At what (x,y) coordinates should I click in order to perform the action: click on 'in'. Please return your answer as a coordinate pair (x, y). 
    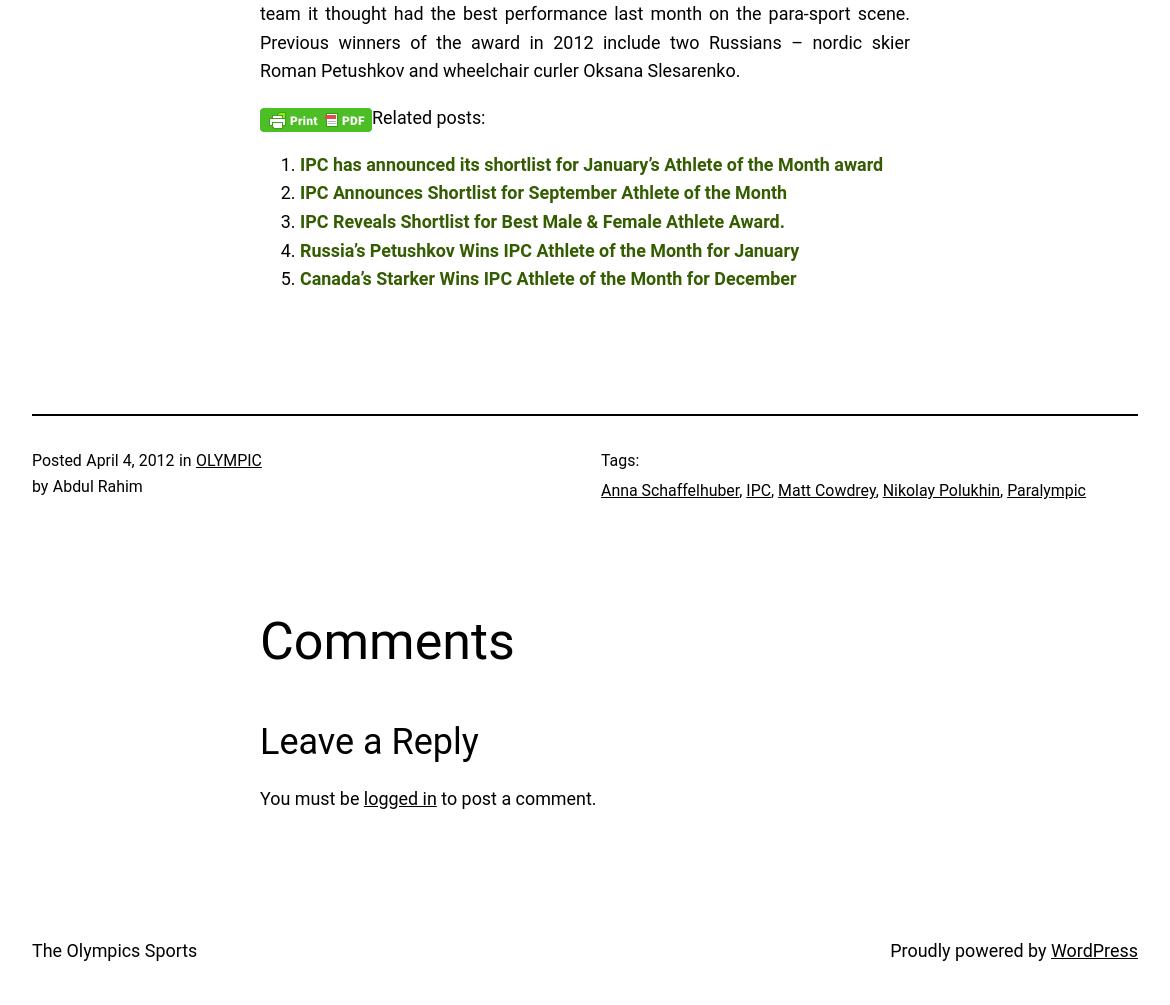
    Looking at the image, I should click on (183, 460).